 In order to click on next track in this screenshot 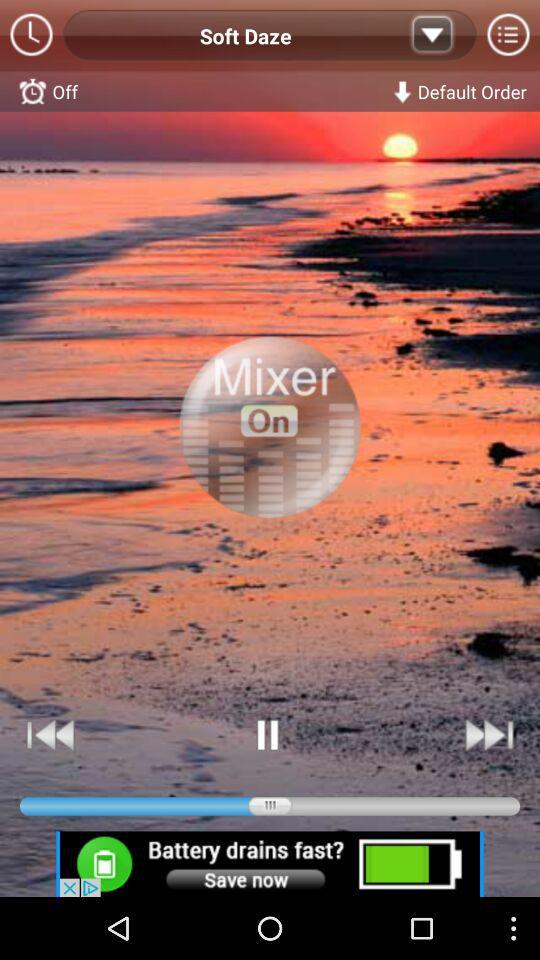, I will do `click(487, 734)`.